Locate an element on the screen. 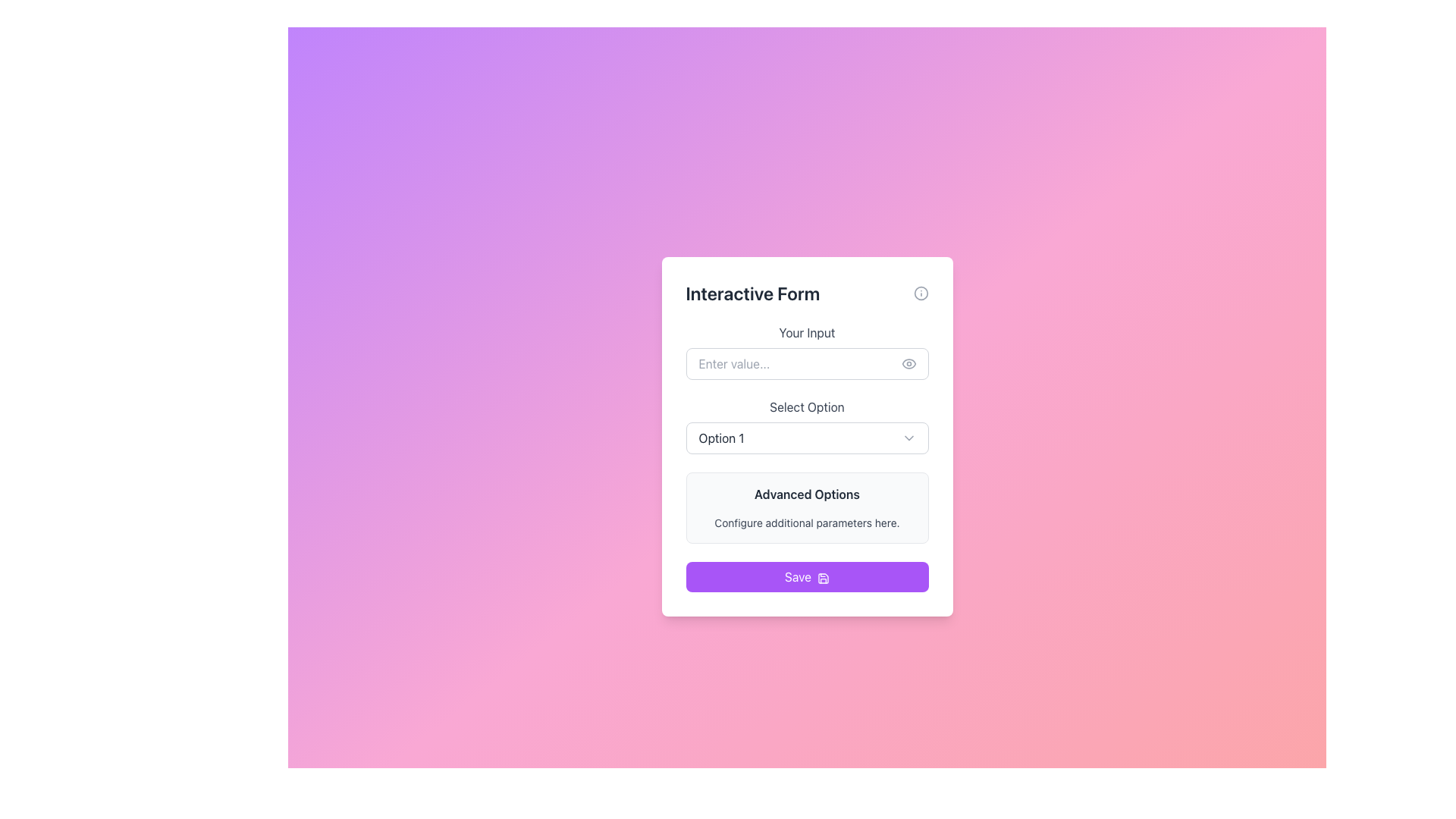 Image resolution: width=1456 pixels, height=819 pixels. the 'Interactive Form' text element, which is displayed in a large, bold sans-serif font in dark gray near the top center of a modal interface is located at coordinates (752, 293).